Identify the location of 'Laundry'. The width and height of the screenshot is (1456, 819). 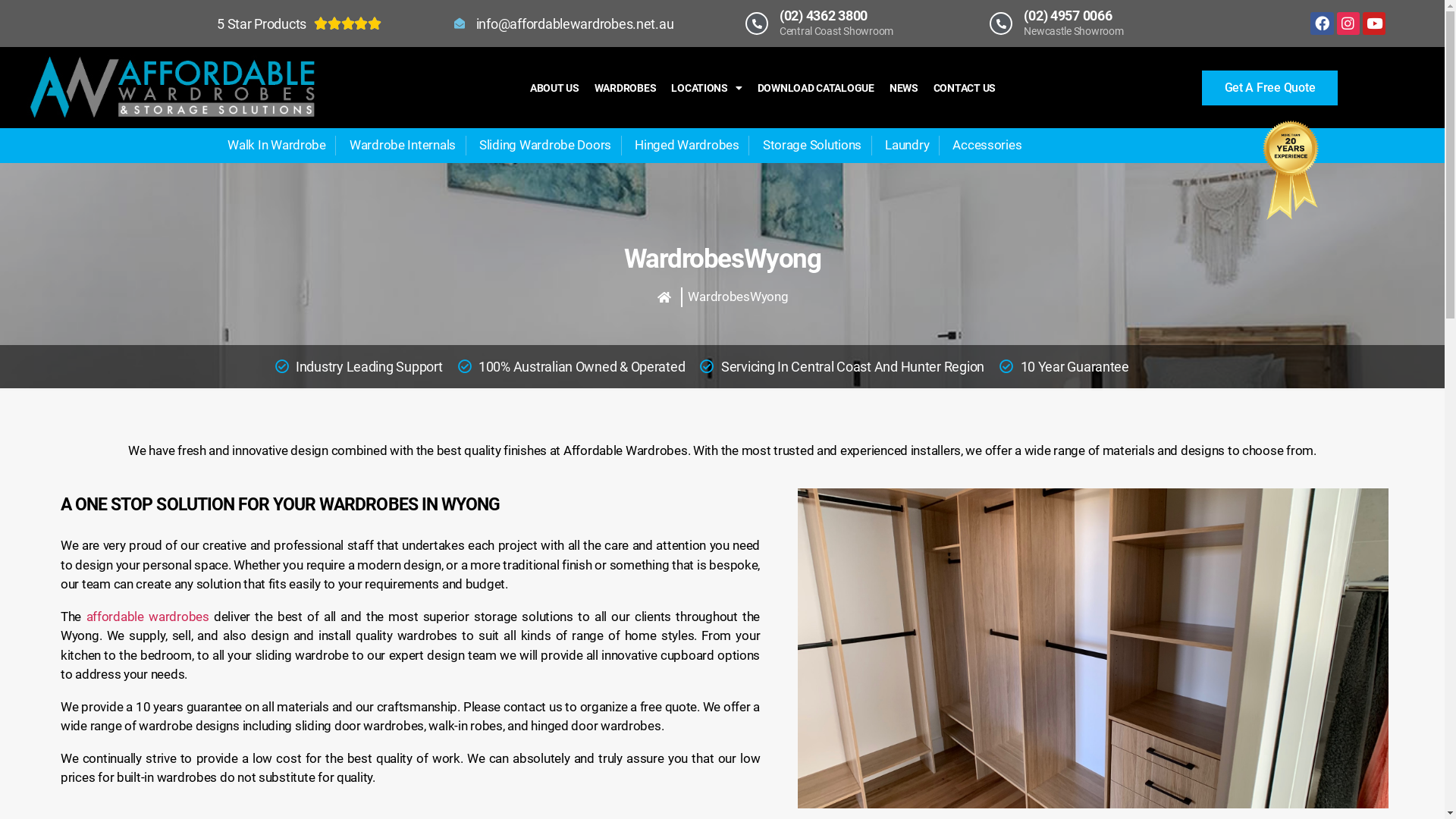
(905, 146).